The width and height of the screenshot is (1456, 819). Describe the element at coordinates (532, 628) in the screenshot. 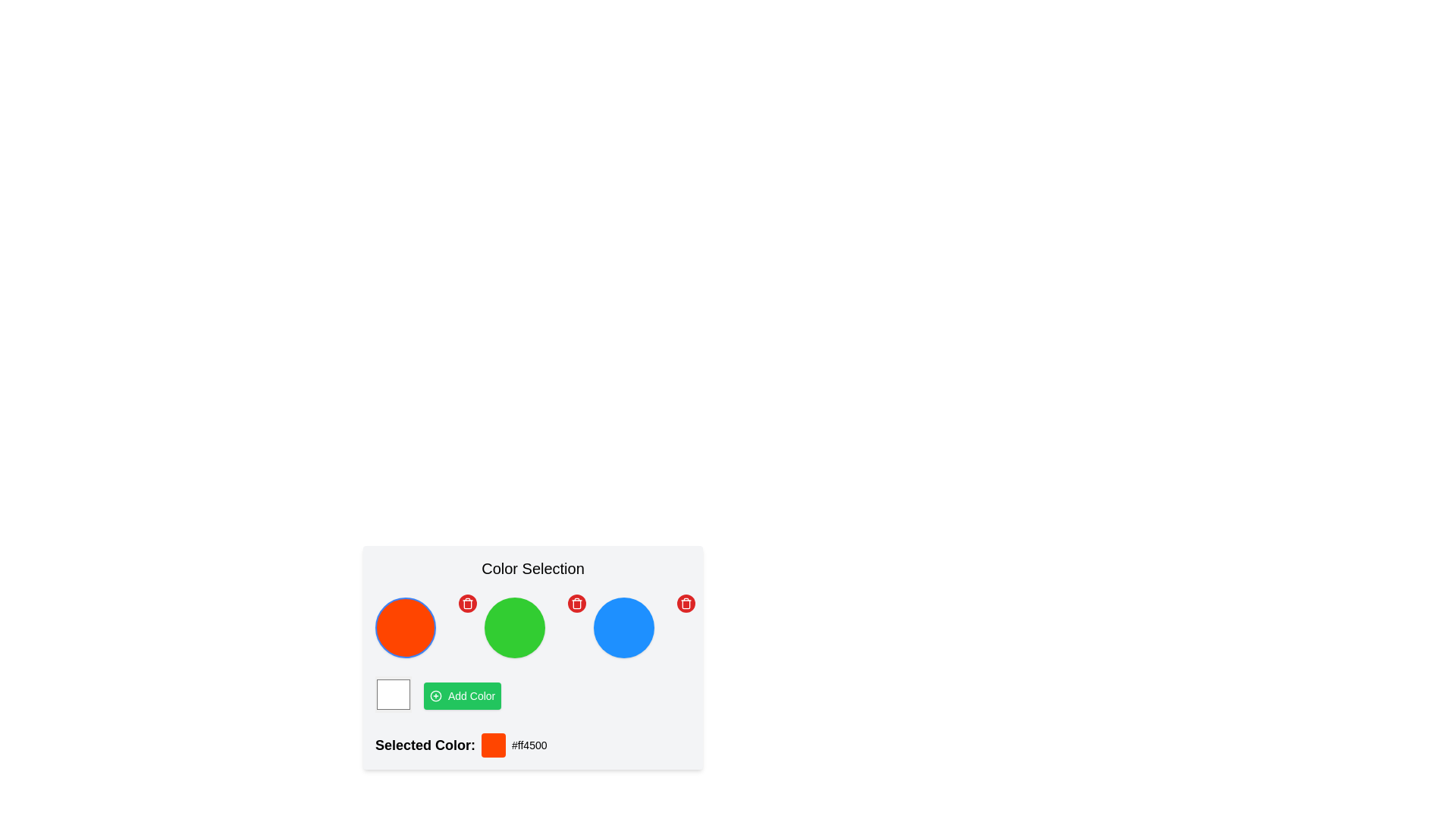

I see `the middle green color option in the grid under the 'Color Selection' title` at that location.